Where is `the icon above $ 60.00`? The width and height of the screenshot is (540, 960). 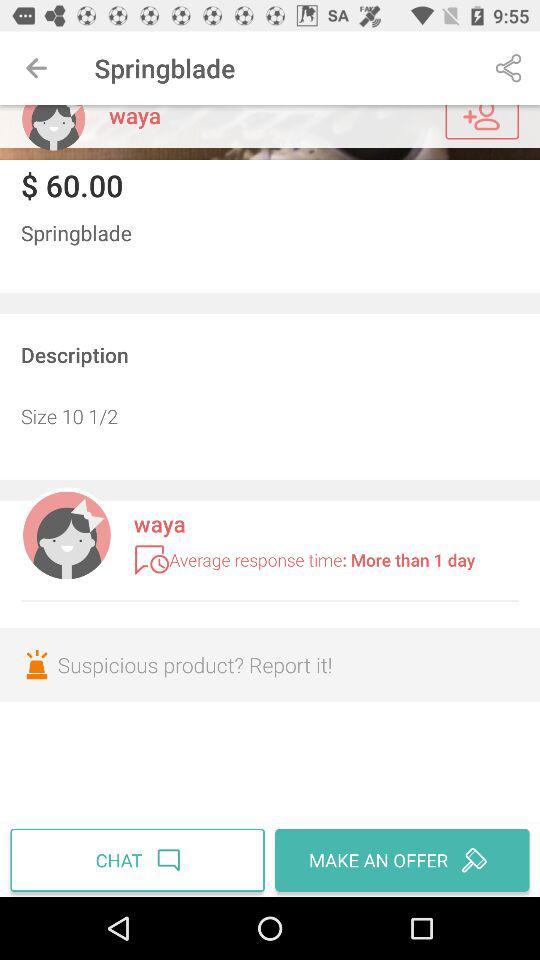
the icon above $ 60.00 is located at coordinates (270, 131).